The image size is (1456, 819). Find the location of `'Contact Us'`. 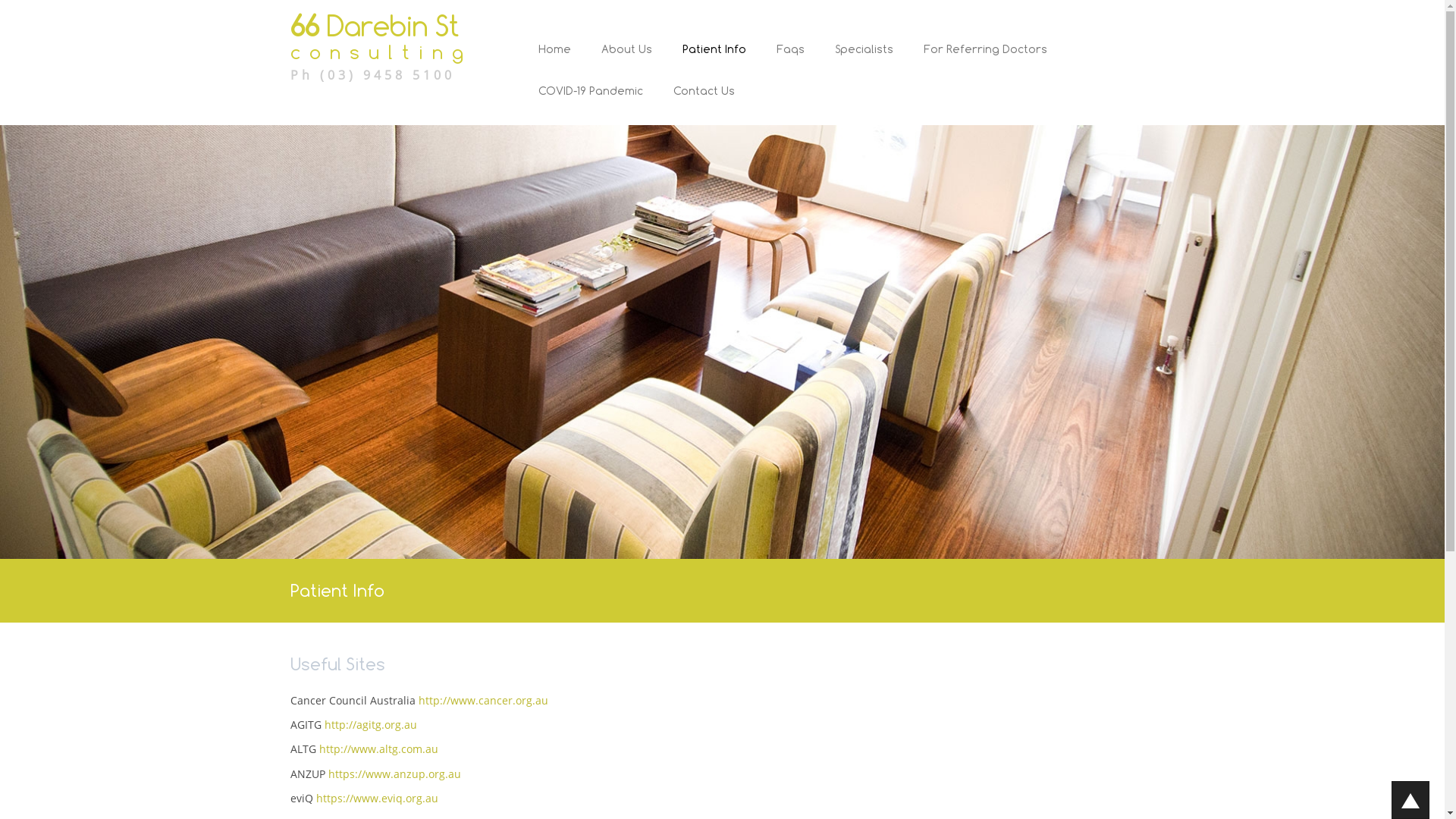

'Contact Us' is located at coordinates (695, 103).